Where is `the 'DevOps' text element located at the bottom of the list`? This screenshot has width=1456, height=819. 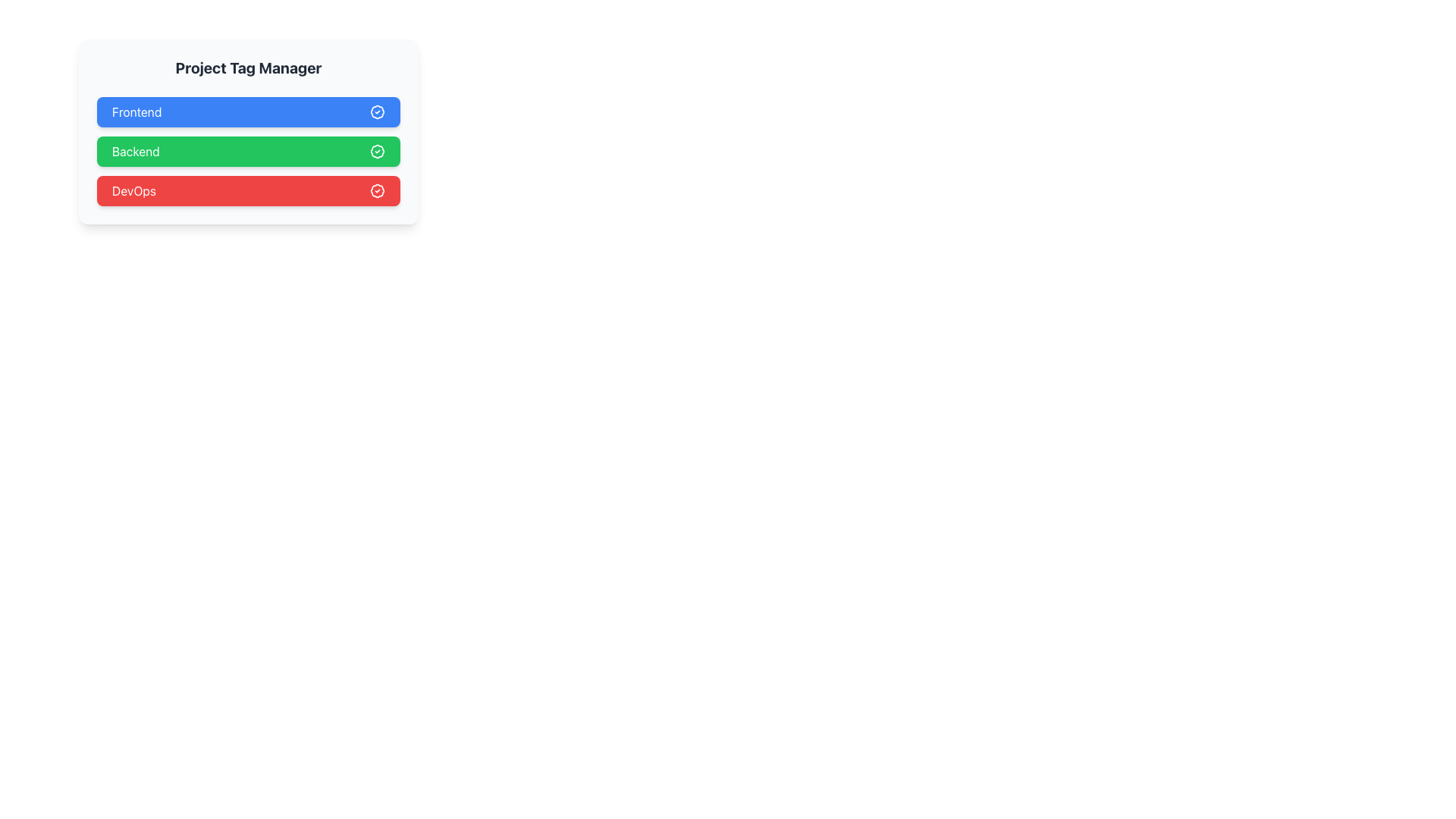
the 'DevOps' text element located at the bottom of the list is located at coordinates (134, 190).